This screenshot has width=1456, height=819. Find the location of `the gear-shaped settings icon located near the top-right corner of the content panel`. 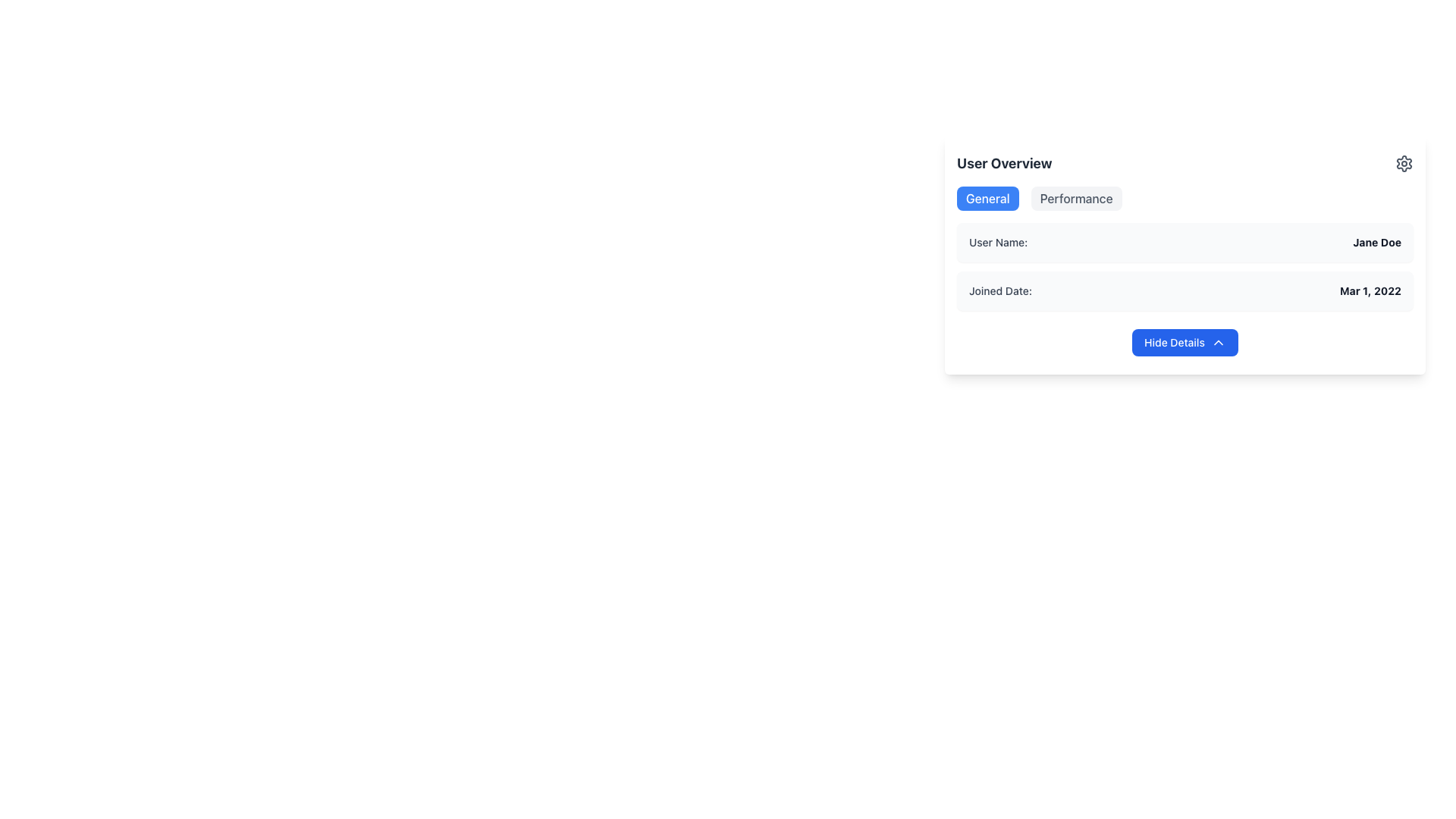

the gear-shaped settings icon located near the top-right corner of the content panel is located at coordinates (1404, 164).